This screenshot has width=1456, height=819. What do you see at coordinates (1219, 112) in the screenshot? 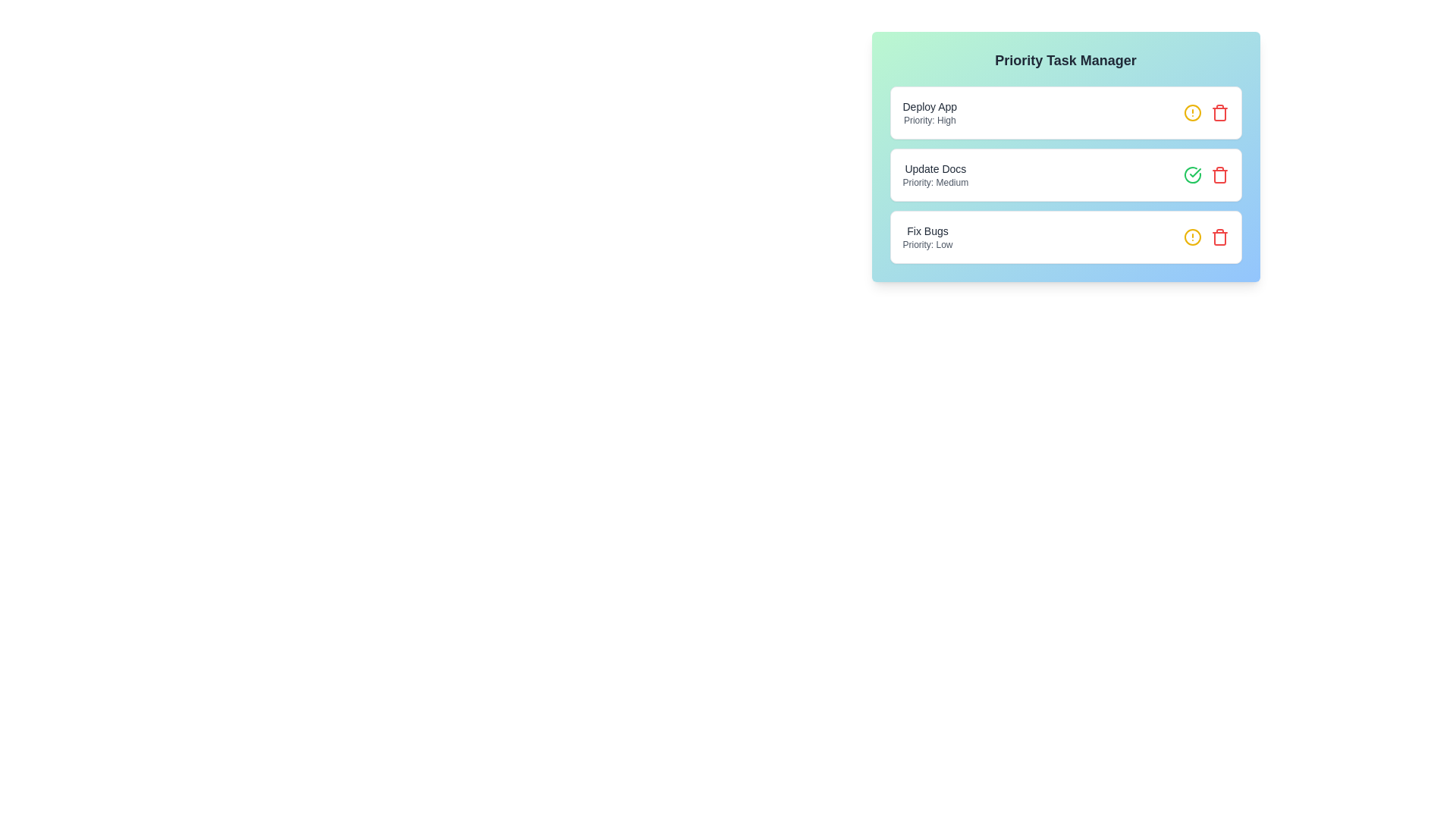
I see `the trash icon to remove the task with the name Deploy App` at bounding box center [1219, 112].